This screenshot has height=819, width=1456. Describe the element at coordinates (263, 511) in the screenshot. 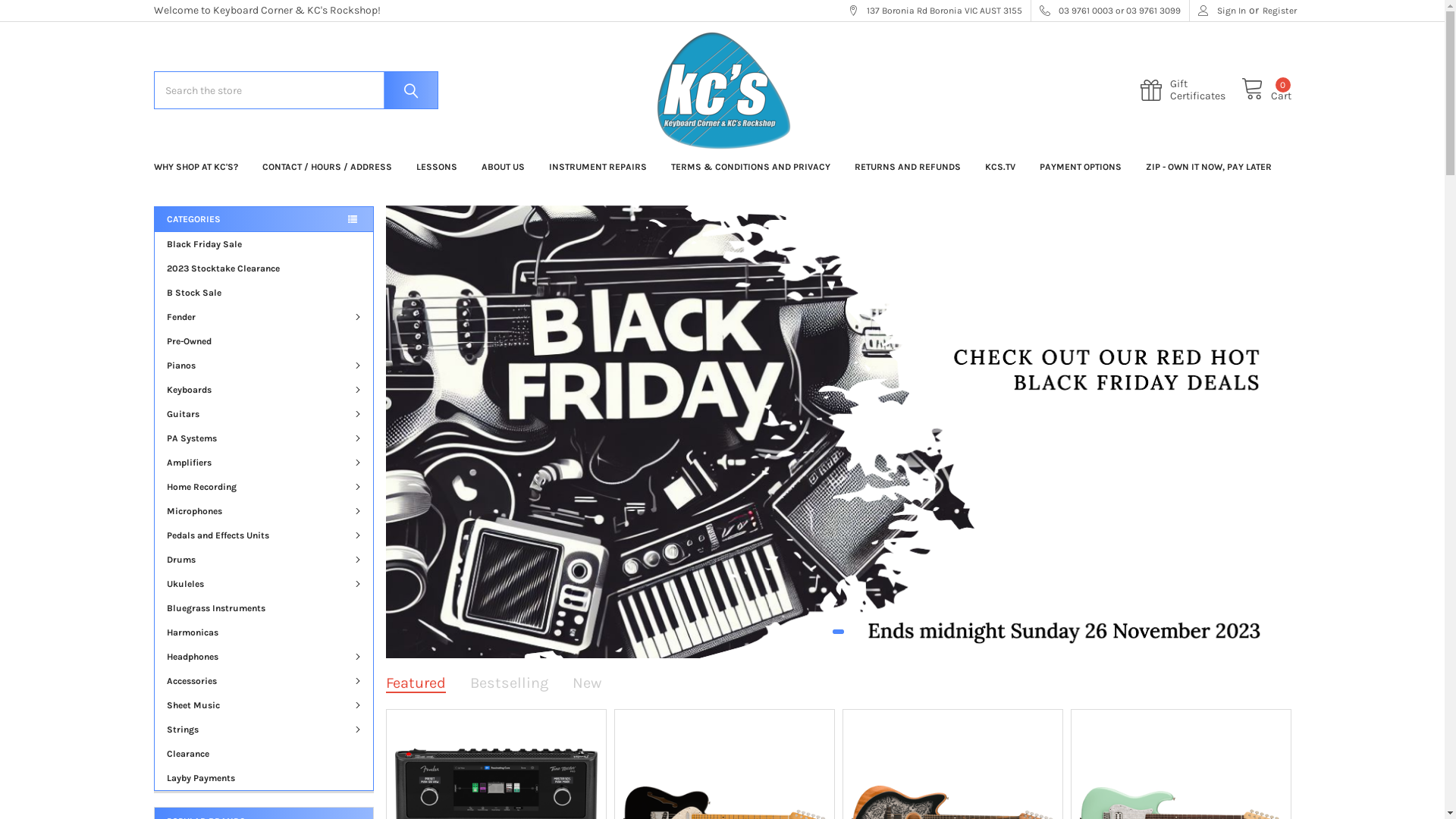

I see `'Microphones'` at that location.